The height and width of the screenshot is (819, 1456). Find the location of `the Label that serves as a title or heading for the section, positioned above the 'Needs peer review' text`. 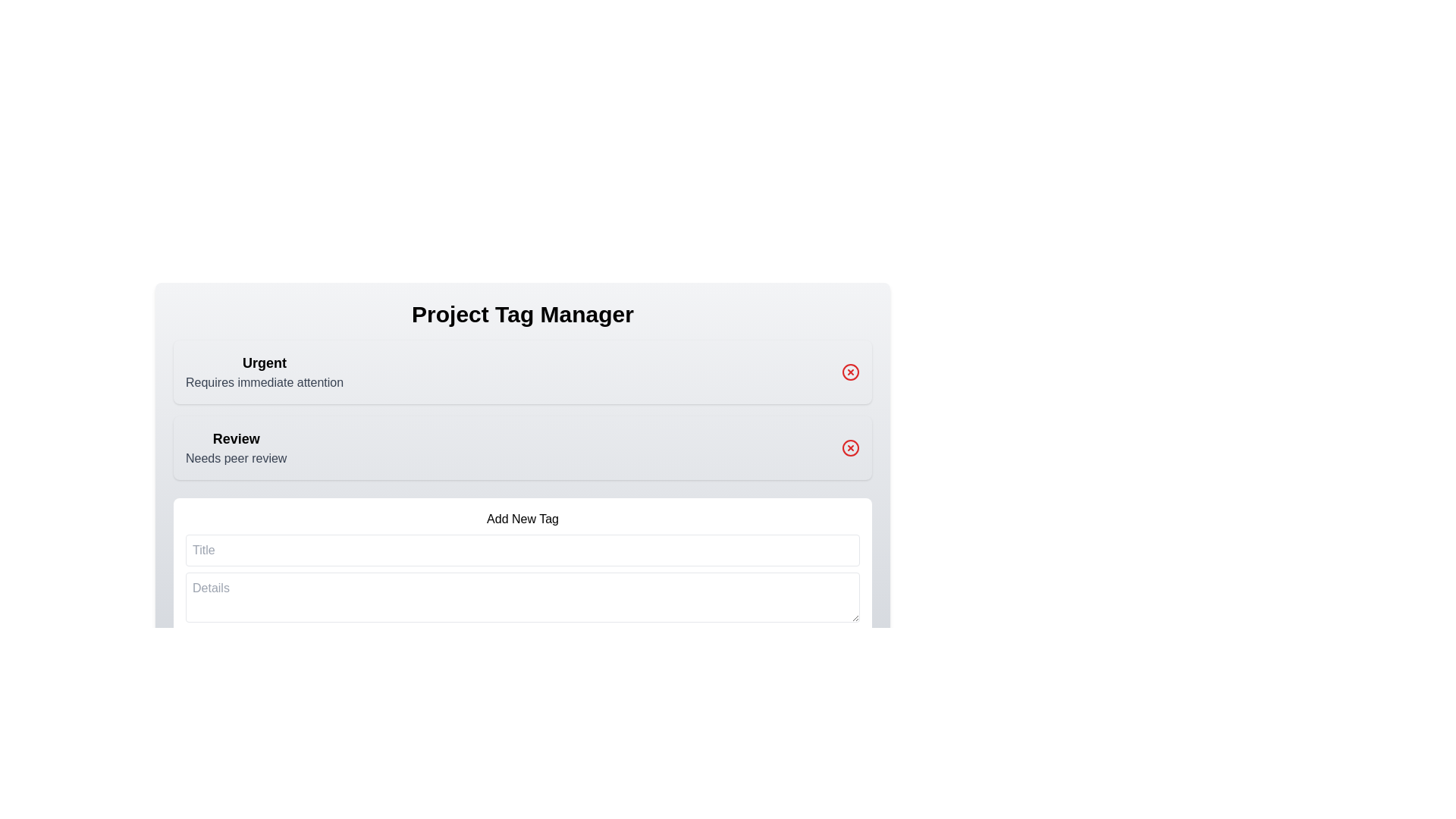

the Label that serves as a title or heading for the section, positioned above the 'Needs peer review' text is located at coordinates (235, 438).